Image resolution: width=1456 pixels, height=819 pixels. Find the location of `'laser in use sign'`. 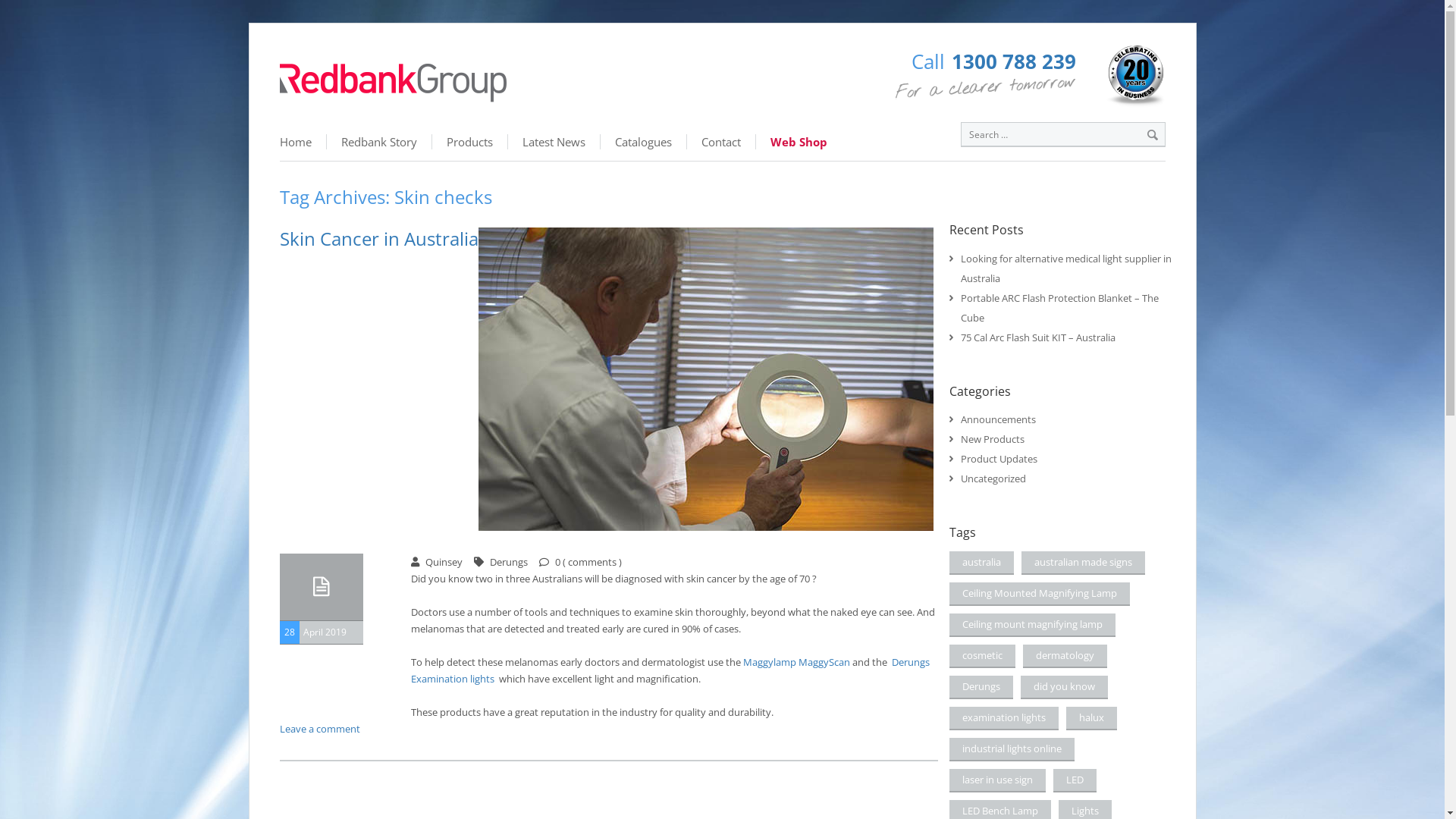

'laser in use sign' is located at coordinates (949, 780).